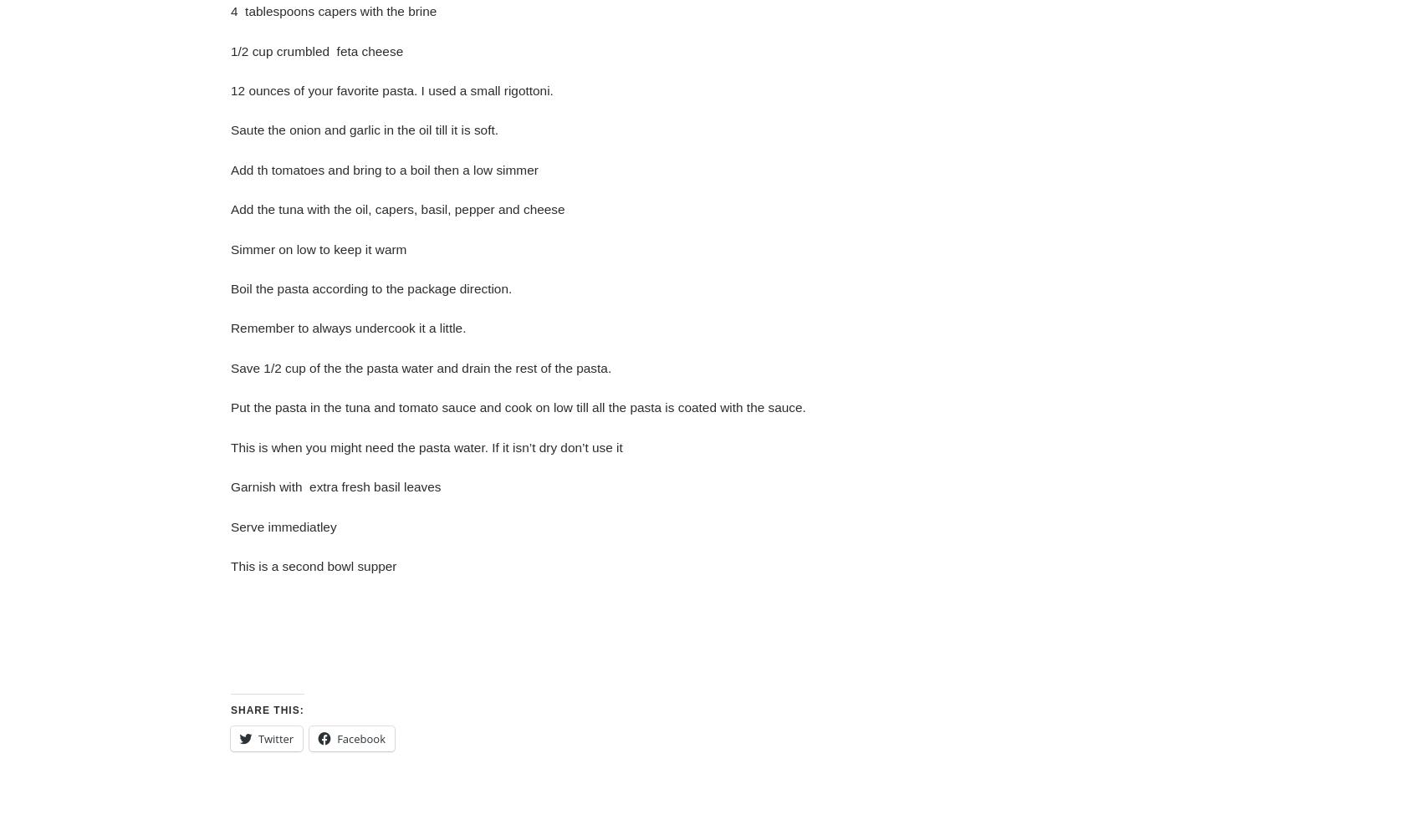 The image size is (1415, 840). I want to click on '4  tablespoons capers with the brine', so click(333, 11).